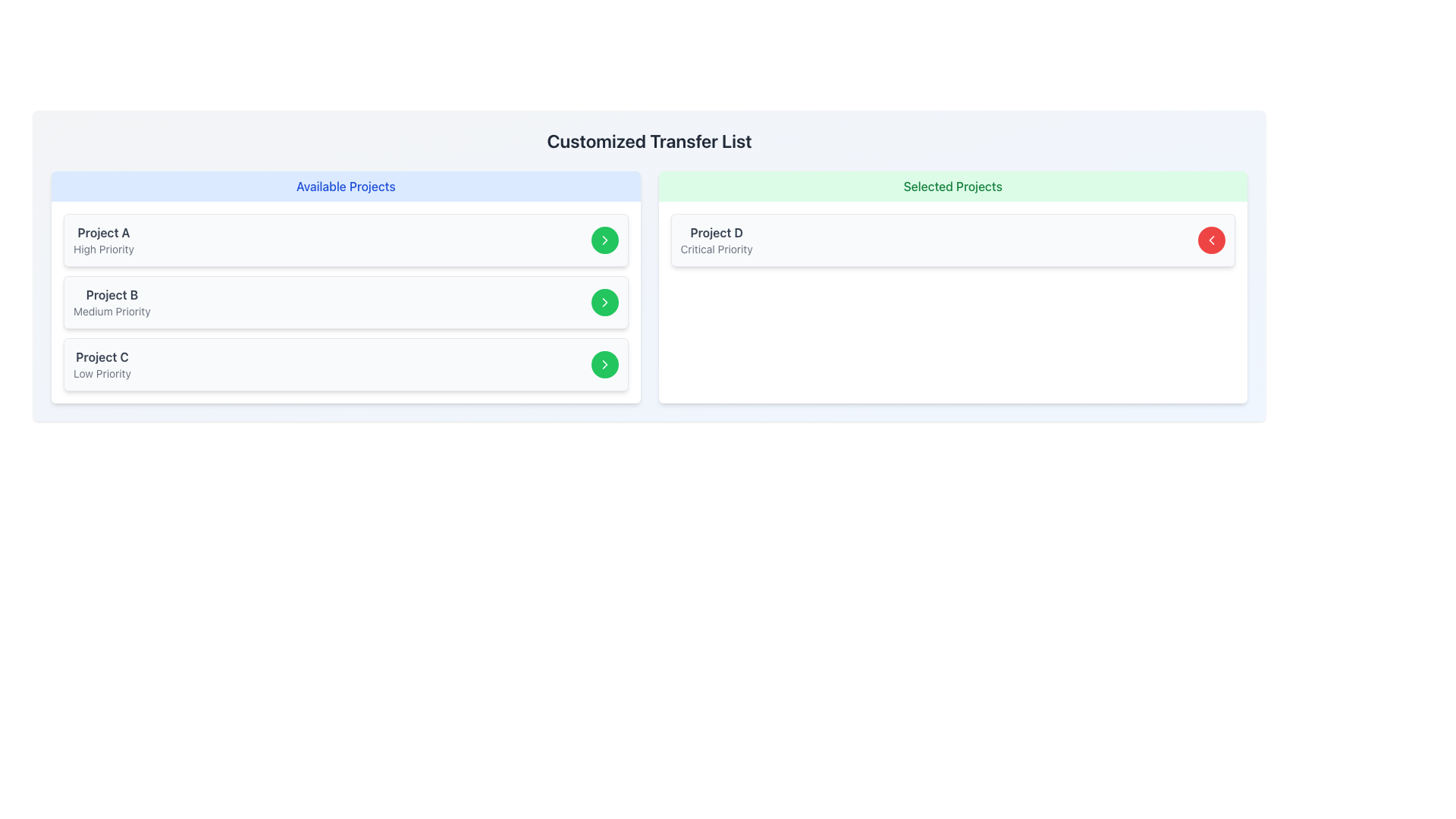  Describe the element at coordinates (604, 302) in the screenshot. I see `the right-pointing chevron arrow icon within the green circular button located to the right of the 'Project B' list item in the 'Available Projects' column` at that location.